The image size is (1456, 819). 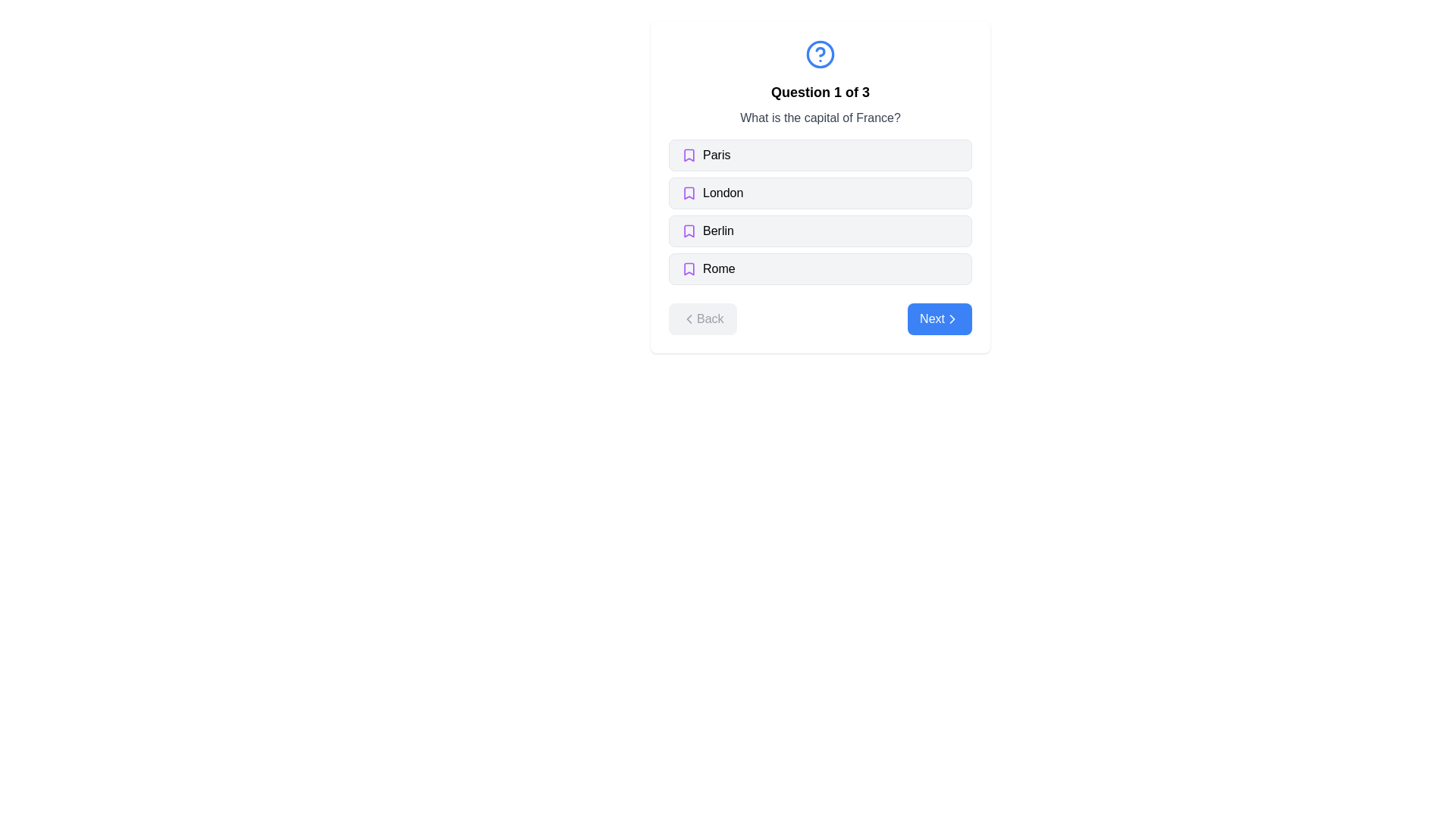 What do you see at coordinates (688, 155) in the screenshot?
I see `the vibrant purple bookmark icon located to the left of the 'Paris' label in the quiz options by clicking on it` at bounding box center [688, 155].